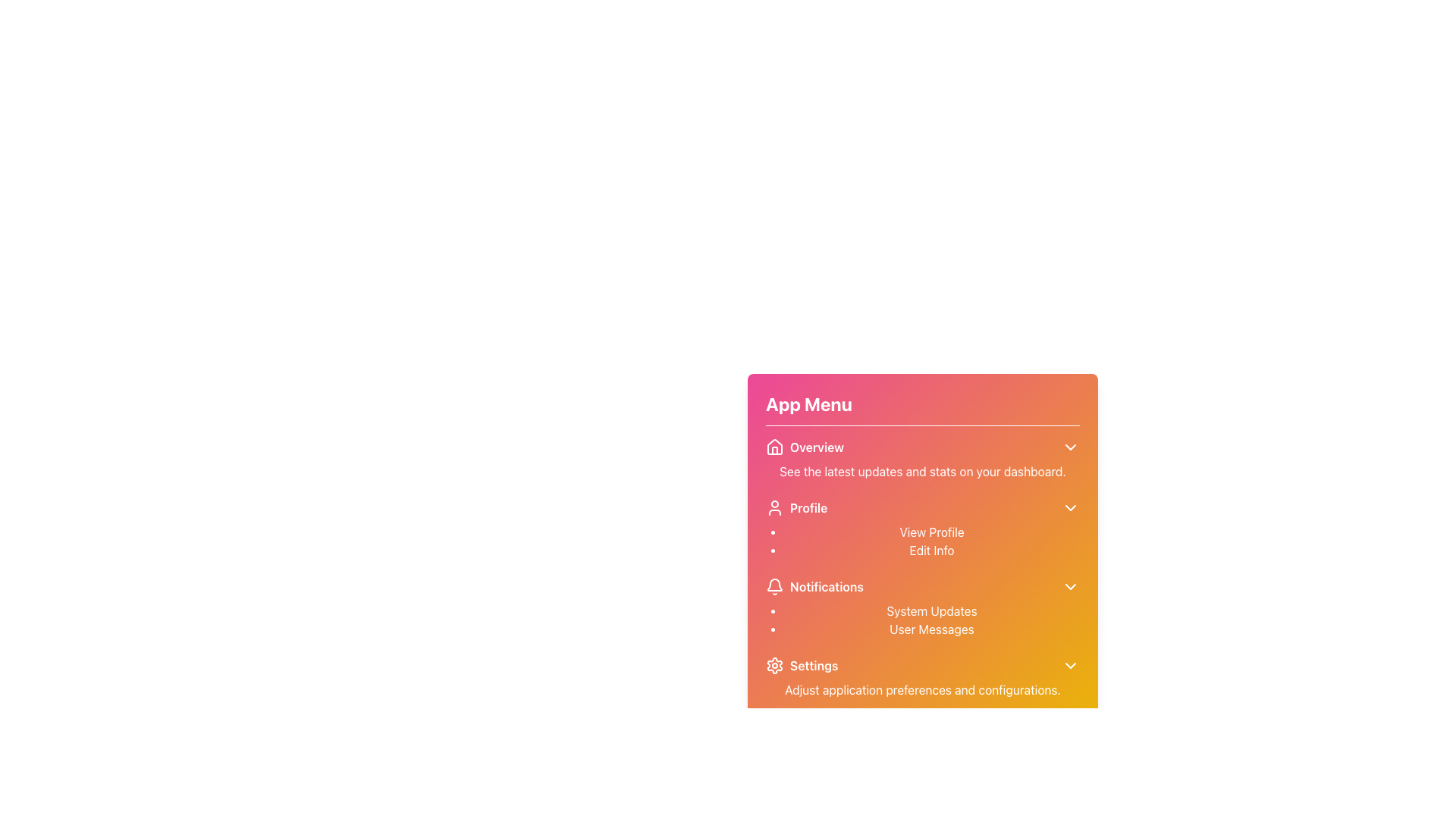  What do you see at coordinates (930, 620) in the screenshot?
I see `the 'User Messages' item in the vertically-arranged text list located under the 'Notifications' section in the sidebar` at bounding box center [930, 620].